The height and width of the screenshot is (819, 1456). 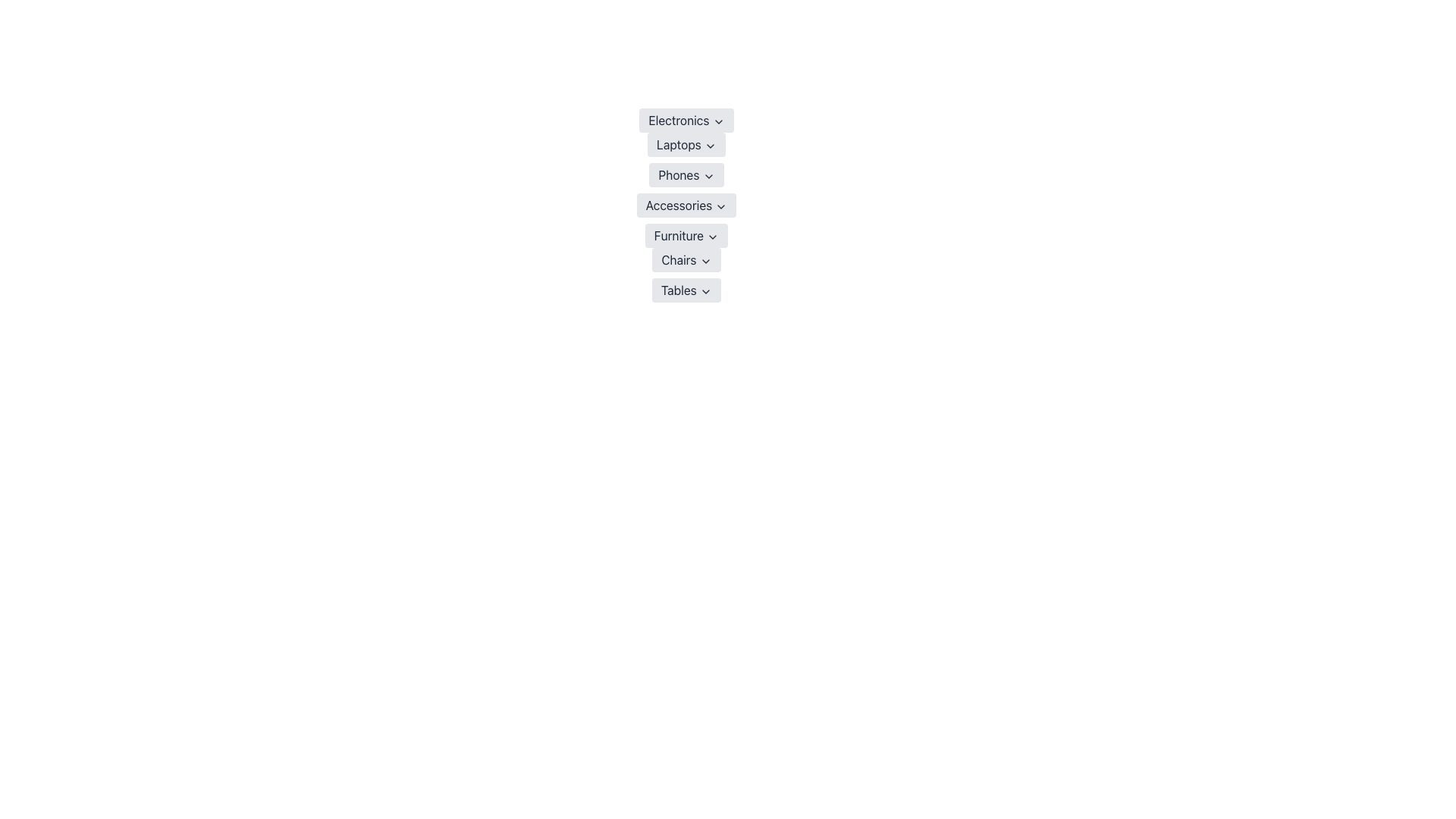 I want to click on the Dropdown trigger button located below the 'Chairs' button, so click(x=686, y=290).